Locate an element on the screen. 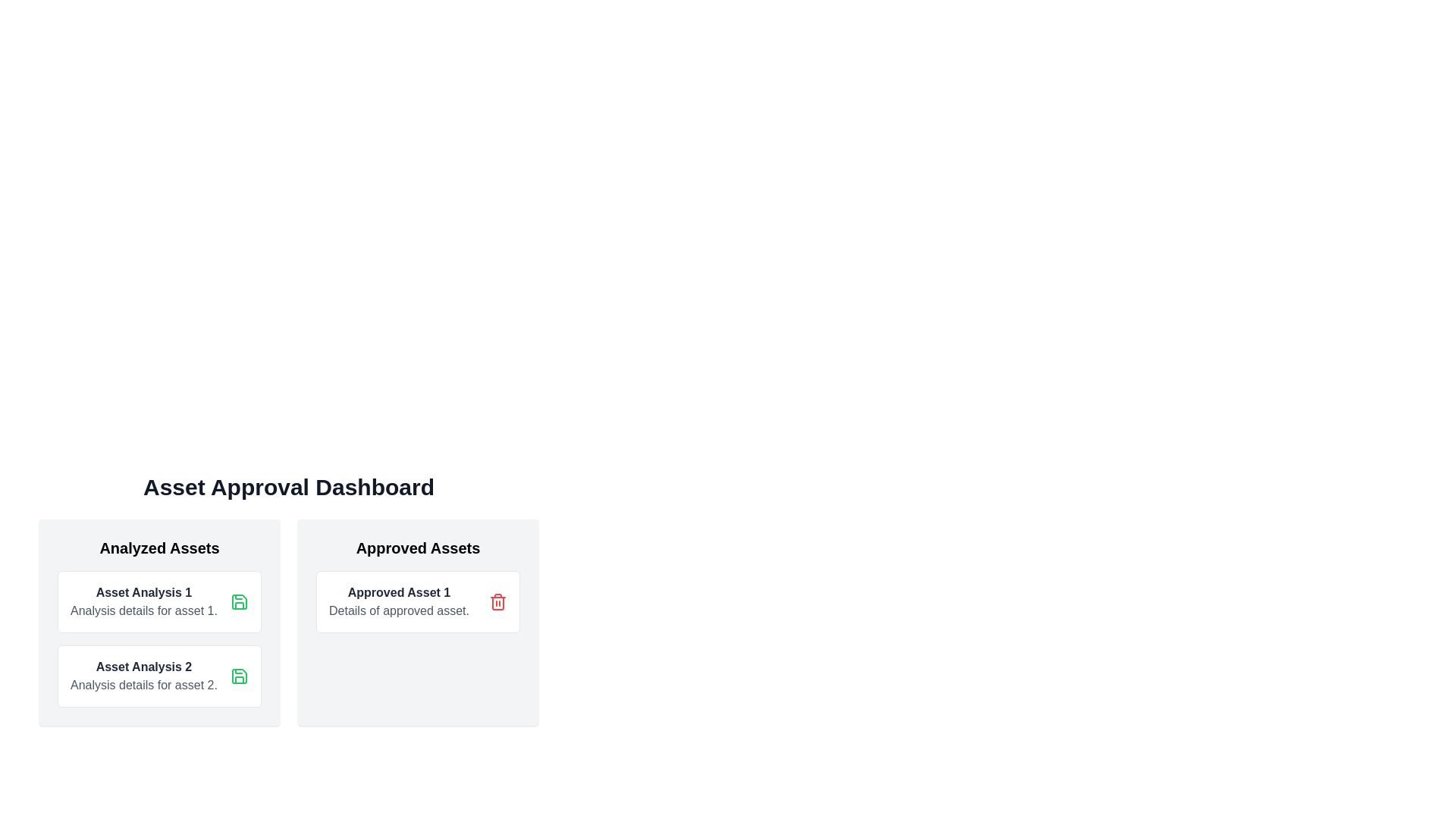  the static text label 'Asset Analysis 1' which is styled in bold gray and serves as the header under the 'Analyzed Assets' section is located at coordinates (143, 592).